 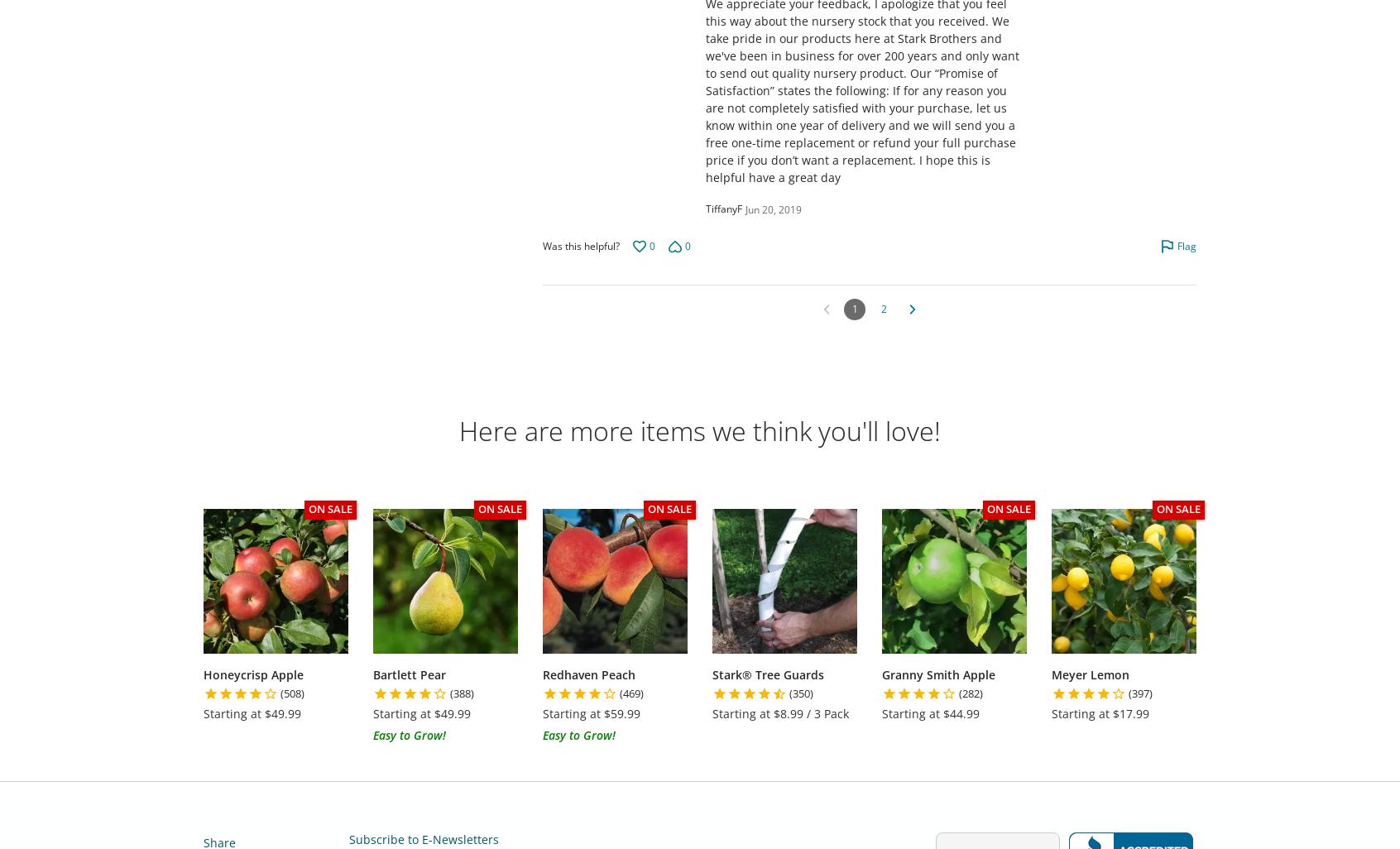 I want to click on 'Meyer Lemon', so click(x=1090, y=673).